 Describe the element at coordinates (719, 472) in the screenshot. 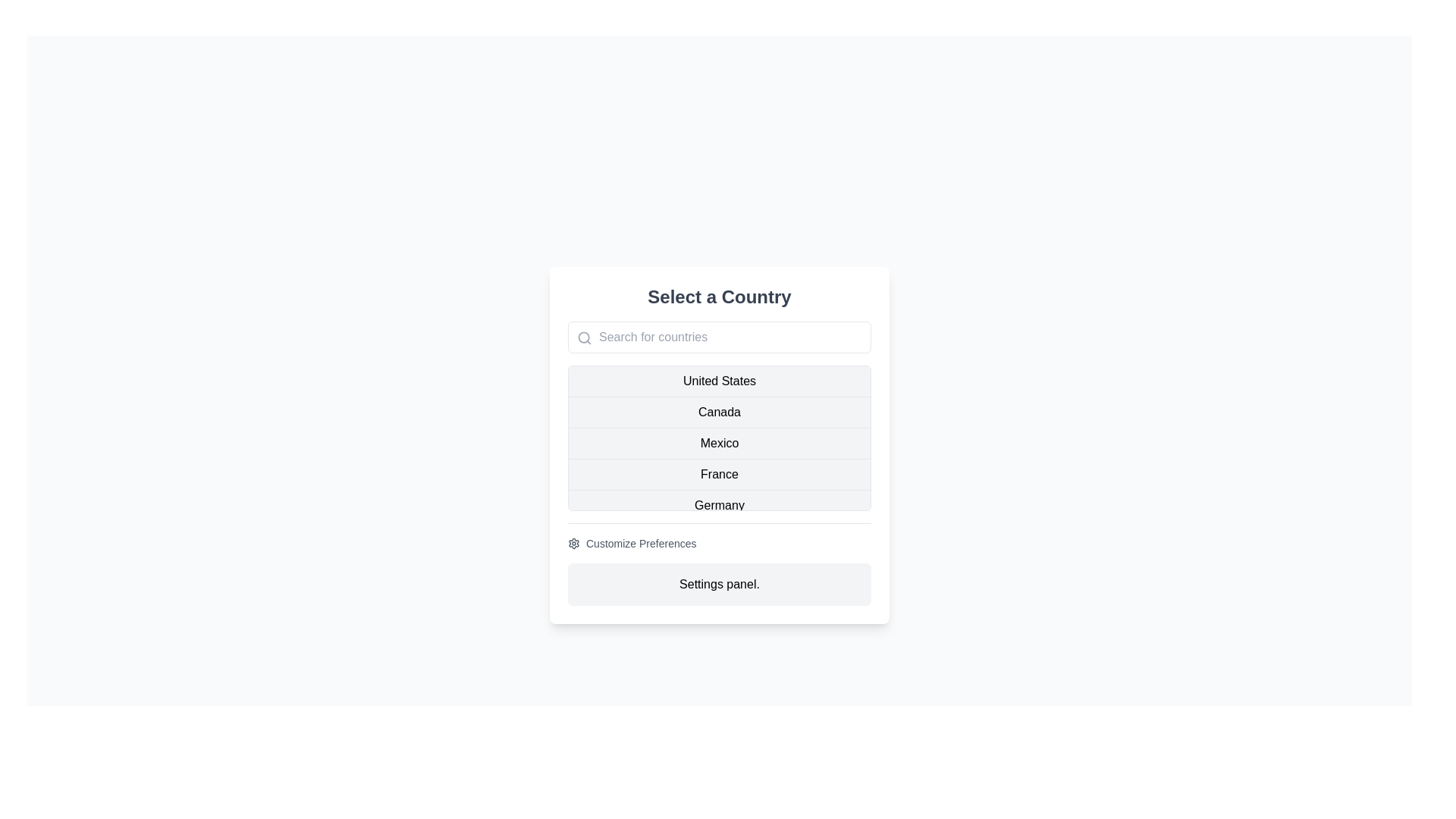

I see `the fourth option in the dropdown list that allows the selection of the country 'France.'` at that location.